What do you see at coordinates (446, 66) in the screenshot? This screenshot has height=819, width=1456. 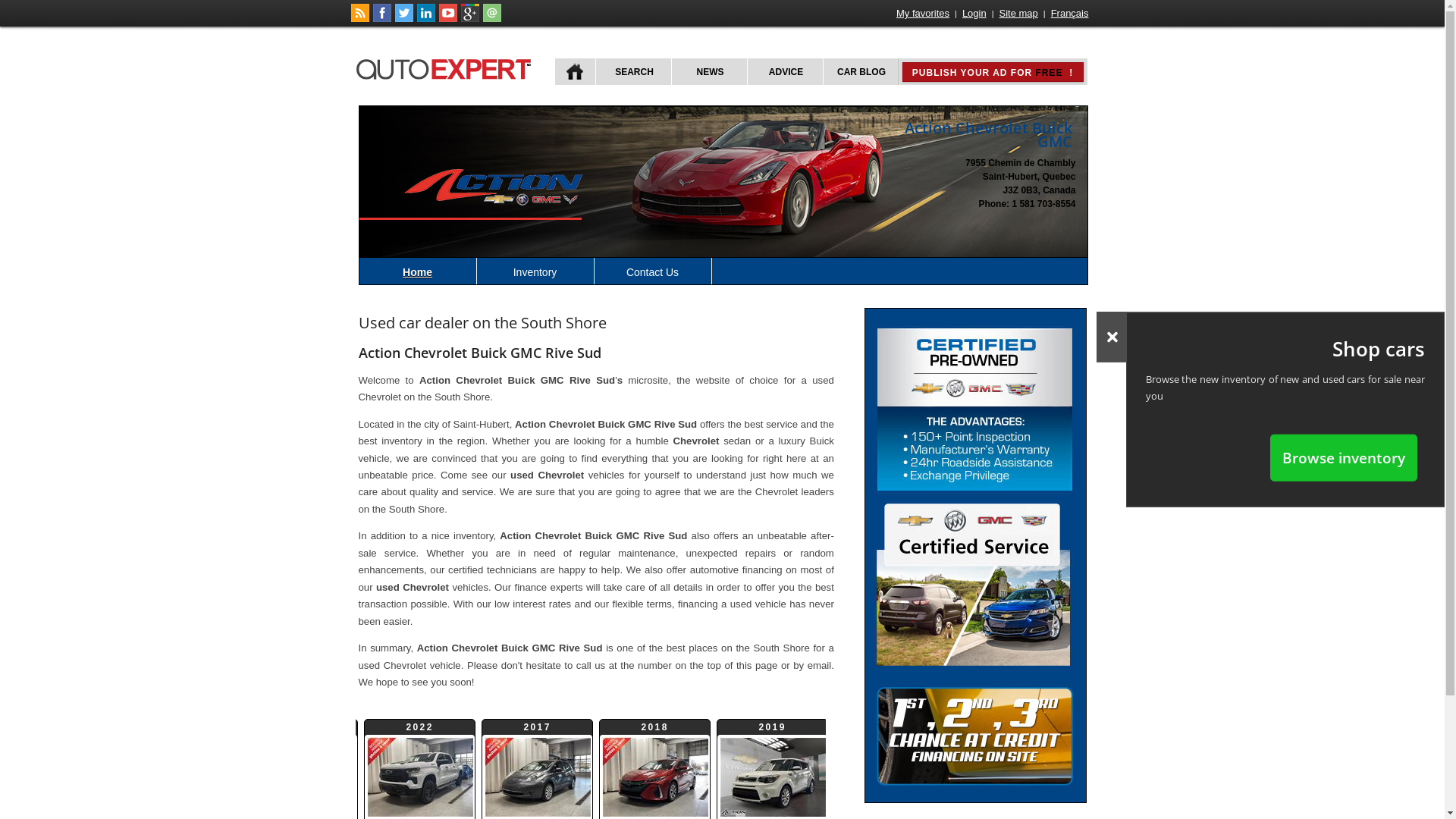 I see `'autoExpert.ca'` at bounding box center [446, 66].